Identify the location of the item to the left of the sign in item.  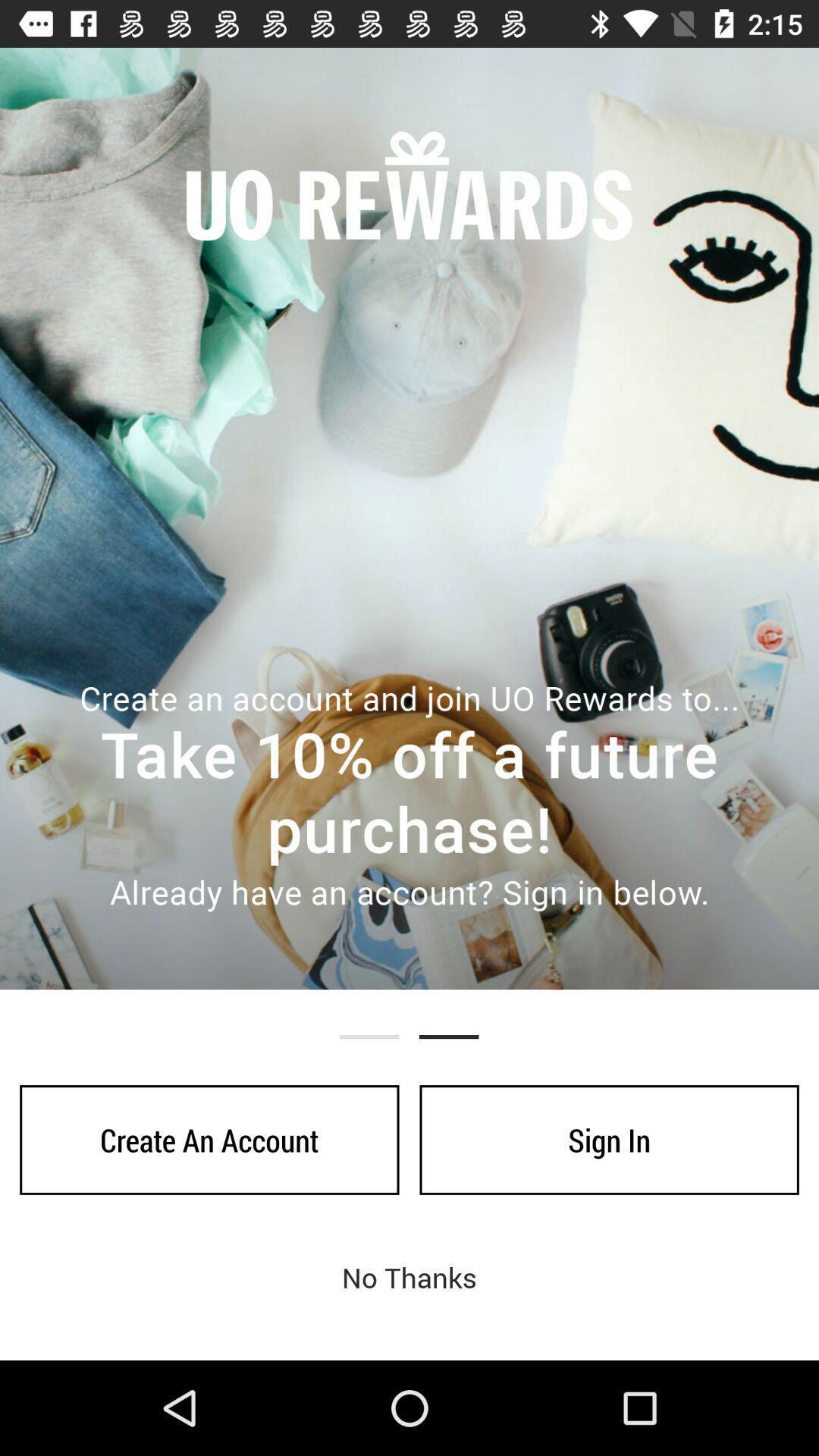
(209, 1140).